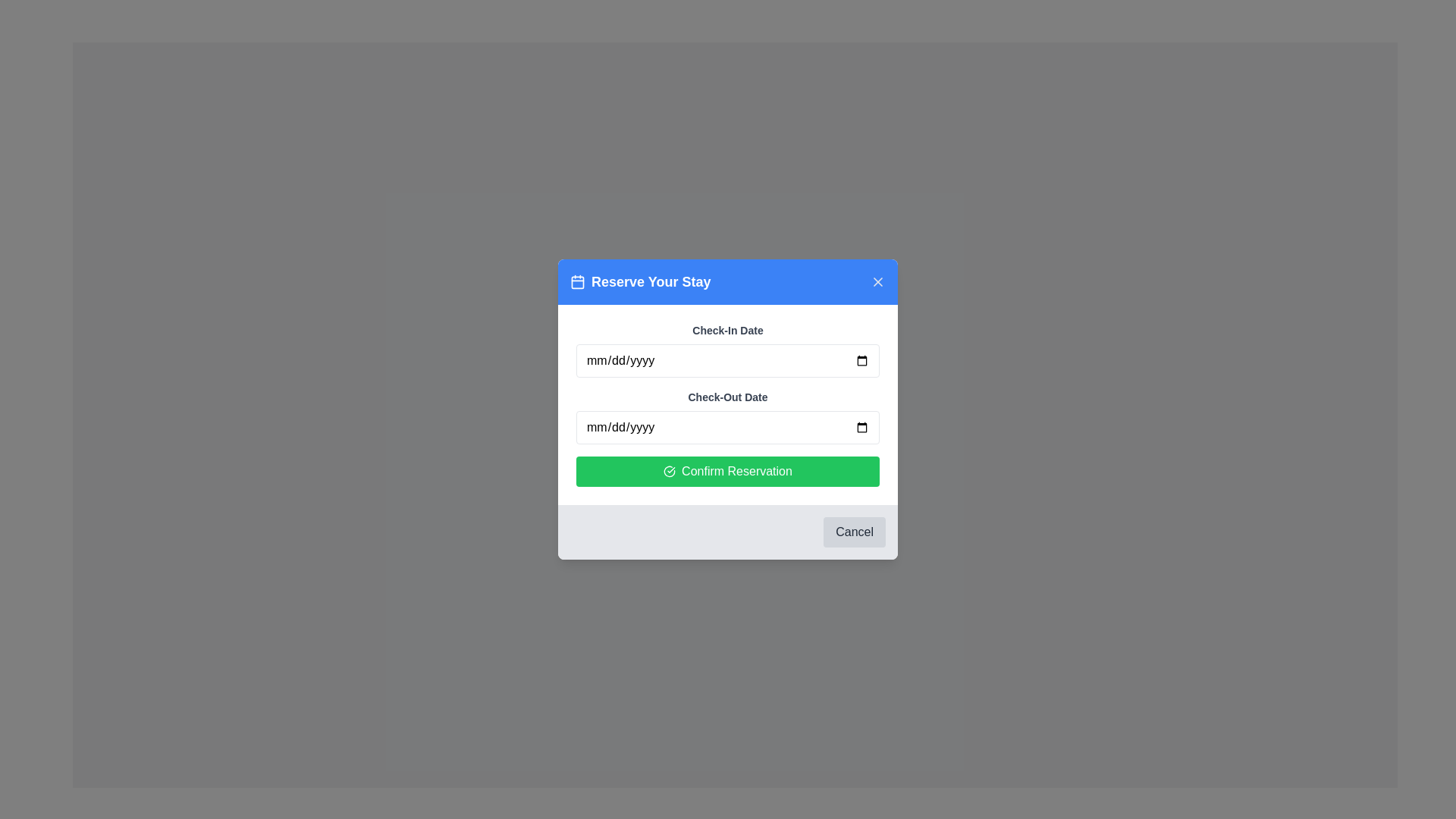 The image size is (1456, 819). I want to click on the confirm reservation button located at the bottom section of the modal window, directly under the 'Check-In Date' and 'Check-Out Date' fields to proceed with the booking process, so click(728, 470).